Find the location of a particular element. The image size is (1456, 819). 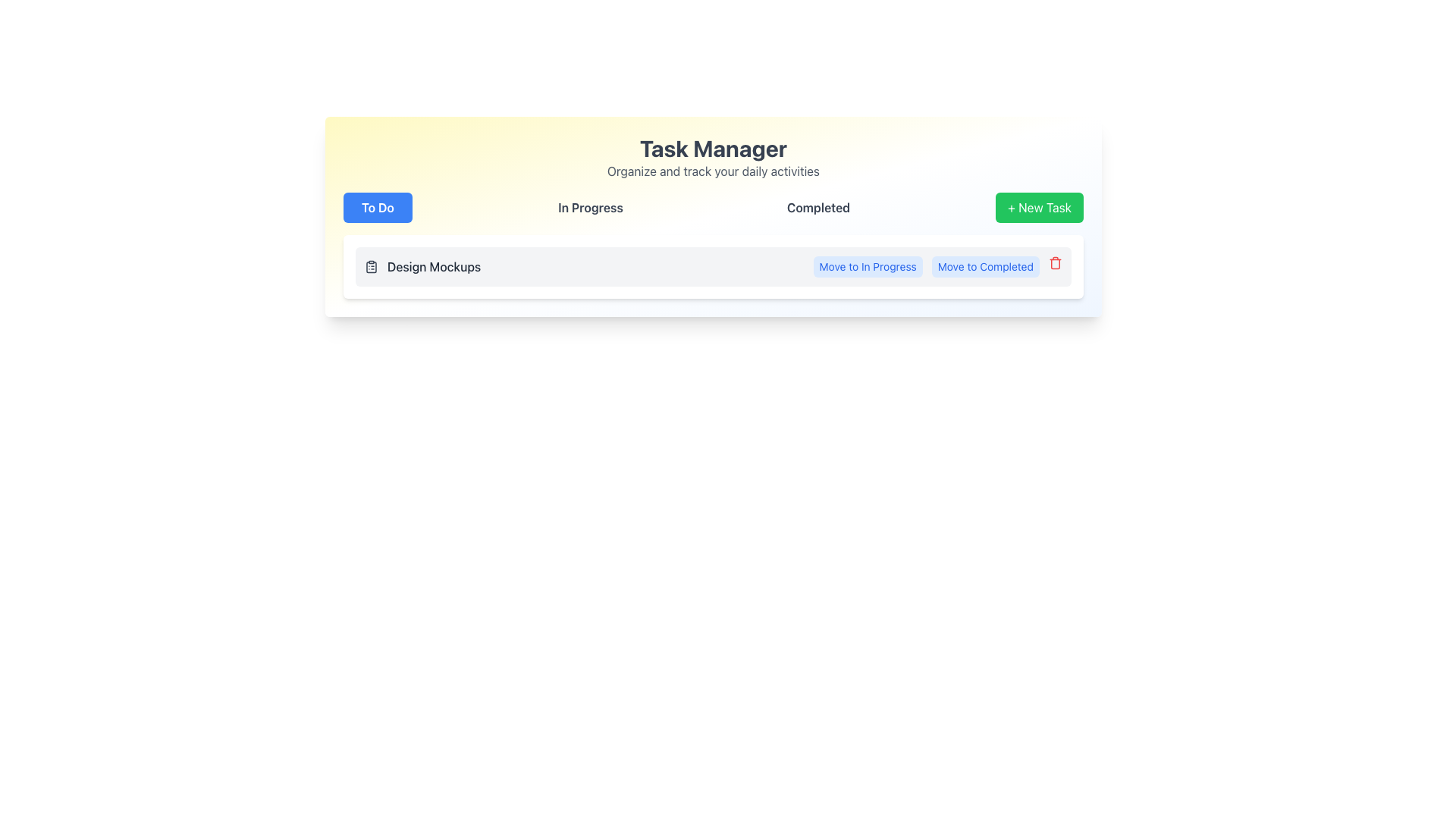

heading text 'Task Manager' which is prominently displayed in bold and large font at the upper portion of the interface is located at coordinates (712, 149).